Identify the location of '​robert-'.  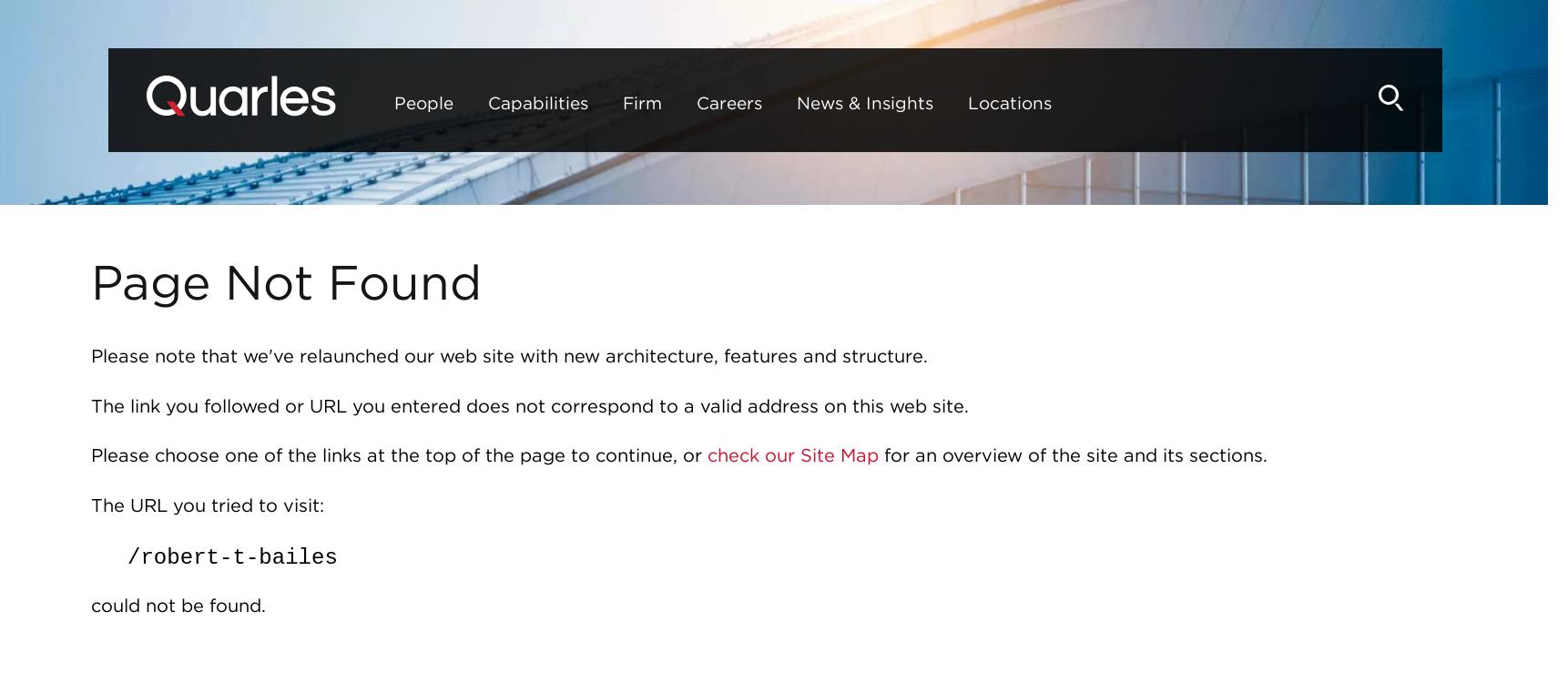
(185, 556).